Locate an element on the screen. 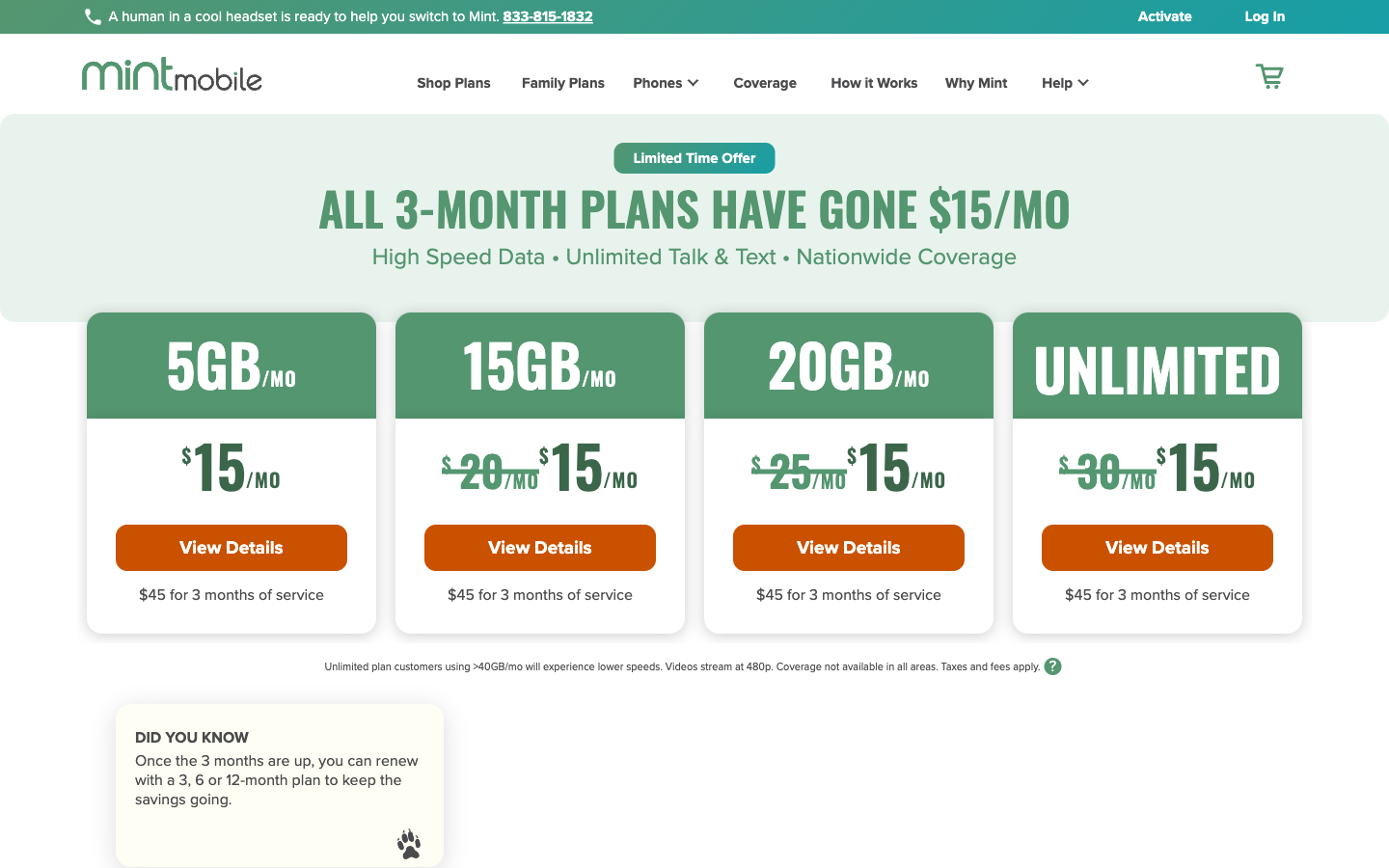  the Page for Phones is located at coordinates (651, 85).